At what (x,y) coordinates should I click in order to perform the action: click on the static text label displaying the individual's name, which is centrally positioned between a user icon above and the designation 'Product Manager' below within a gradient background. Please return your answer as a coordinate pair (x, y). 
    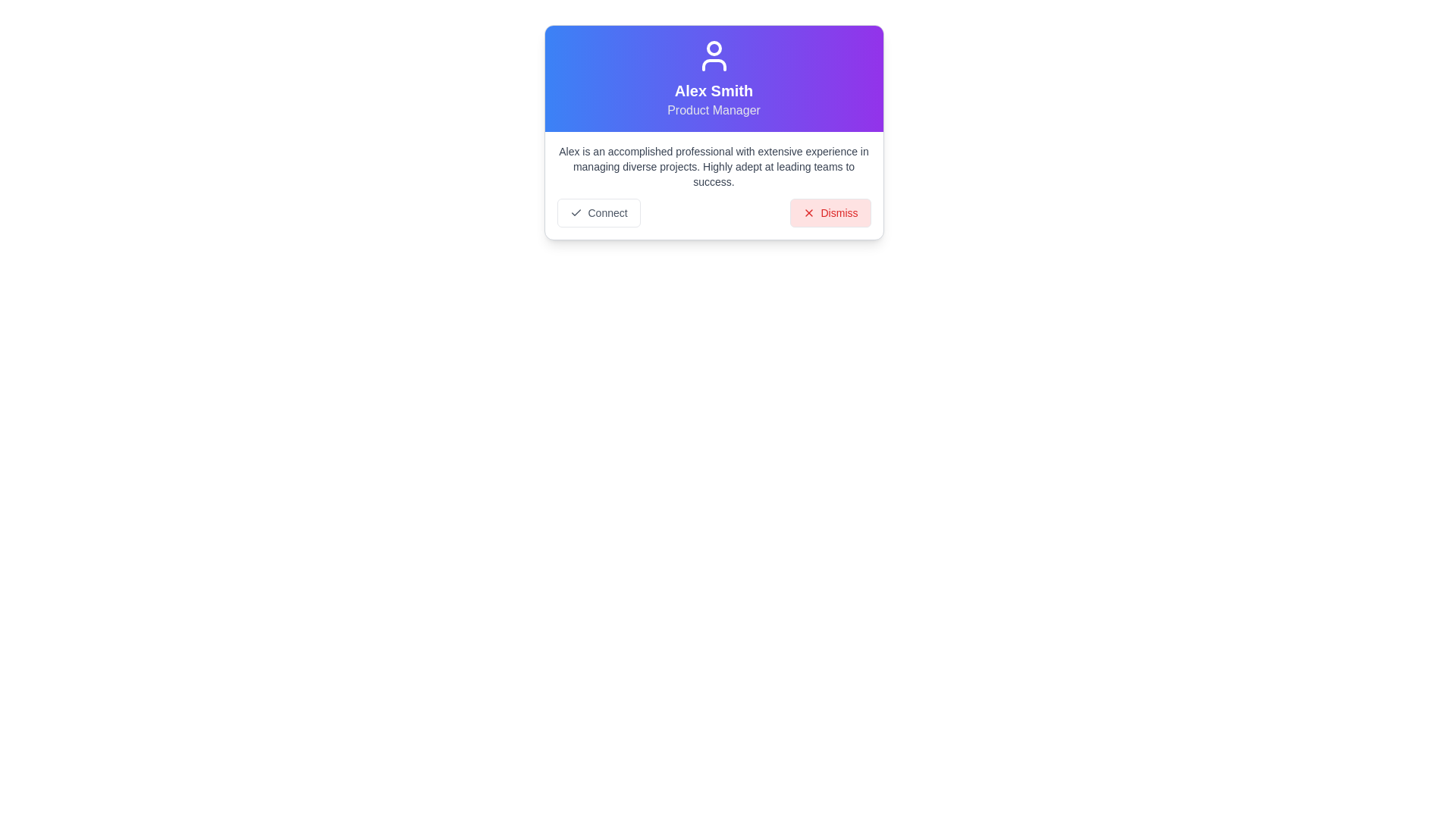
    Looking at the image, I should click on (713, 90).